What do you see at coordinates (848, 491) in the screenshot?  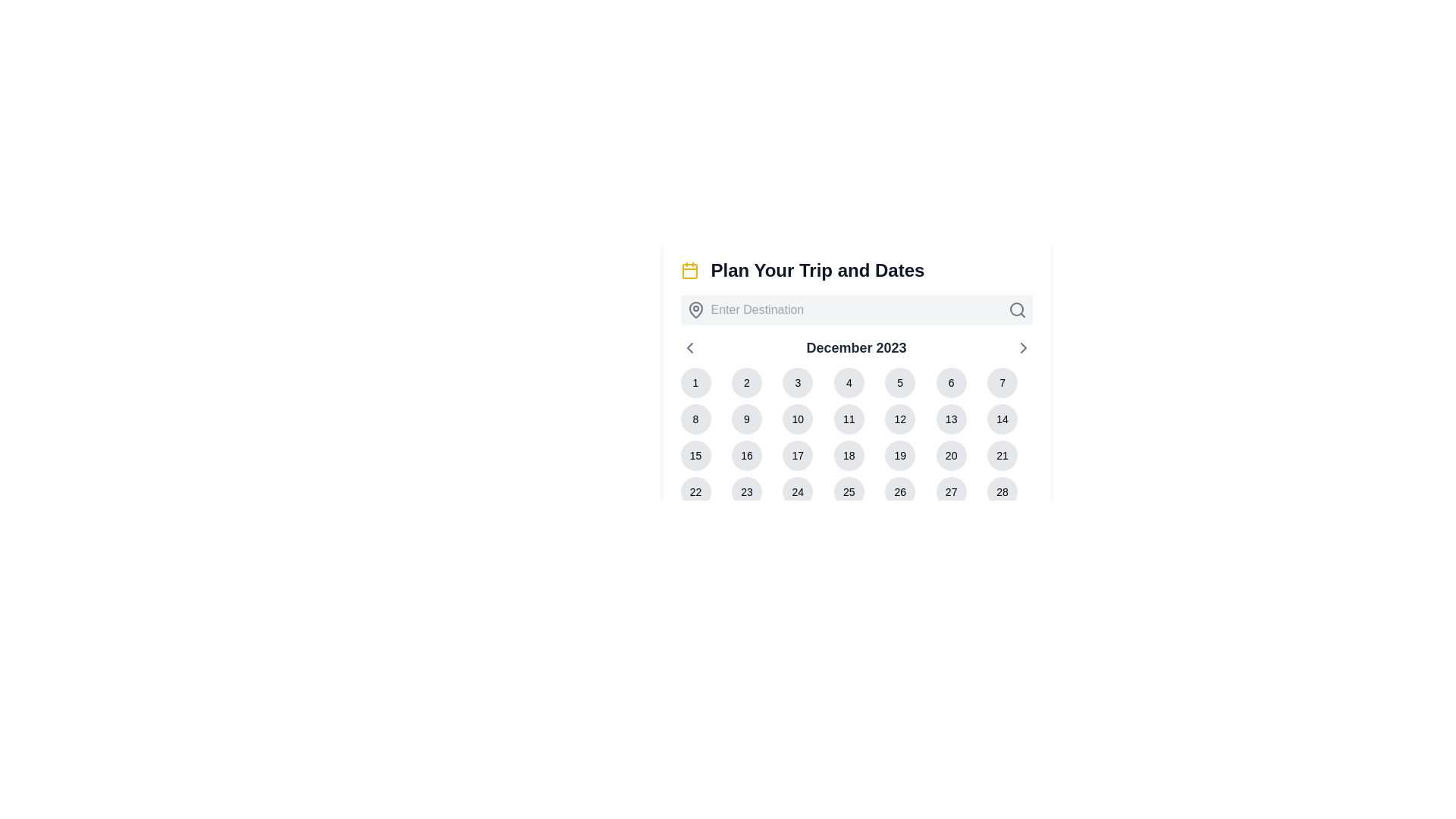 I see `the interactive date picker button located in the fourth row and fourth column of the grid` at bounding box center [848, 491].